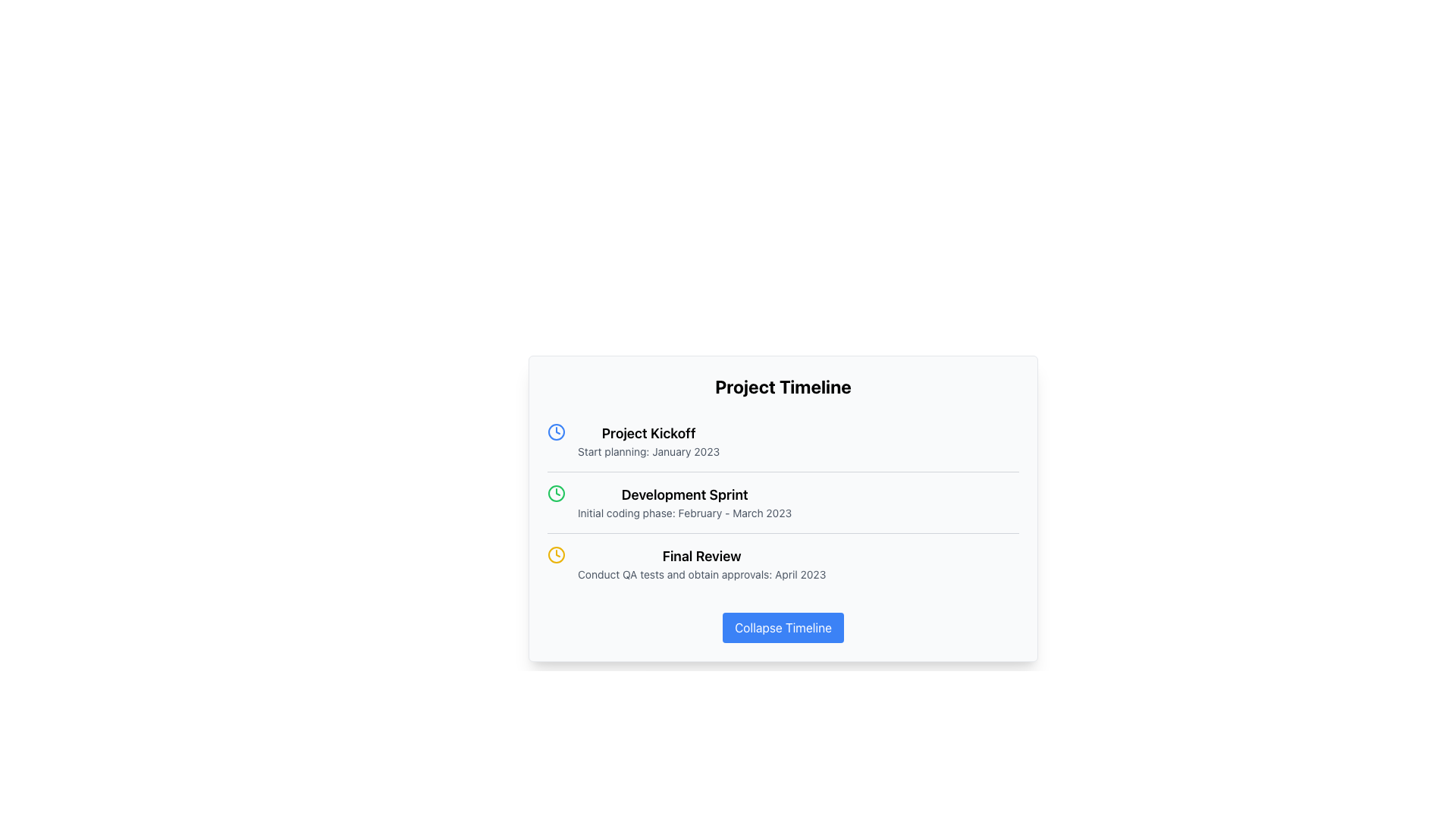  I want to click on the Text Label that serves as a heading for a milestone in the timeline component, located at the lower third of the overall timeline, so click(701, 556).